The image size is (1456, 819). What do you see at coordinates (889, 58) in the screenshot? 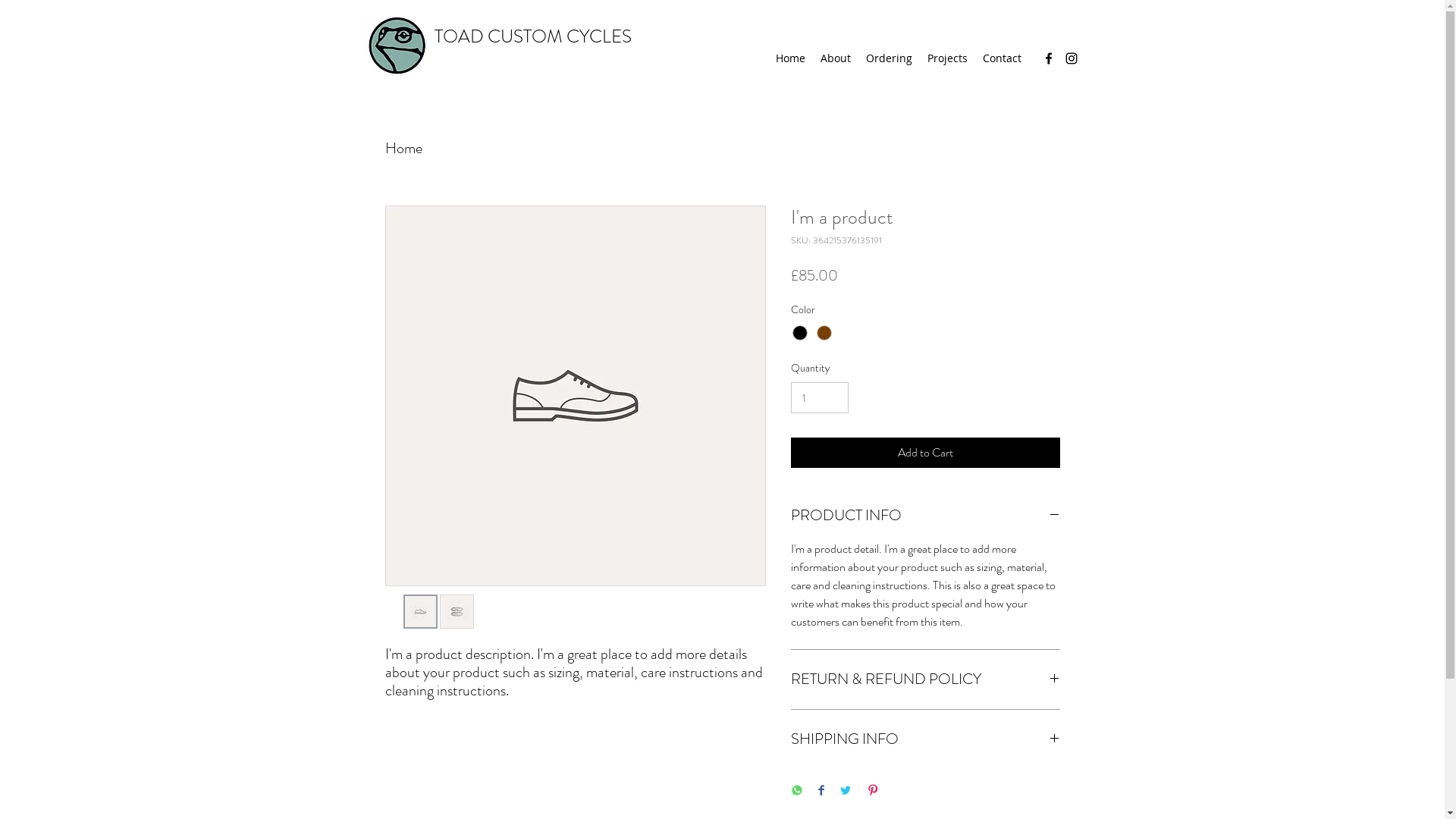
I see `'Ordering'` at bounding box center [889, 58].